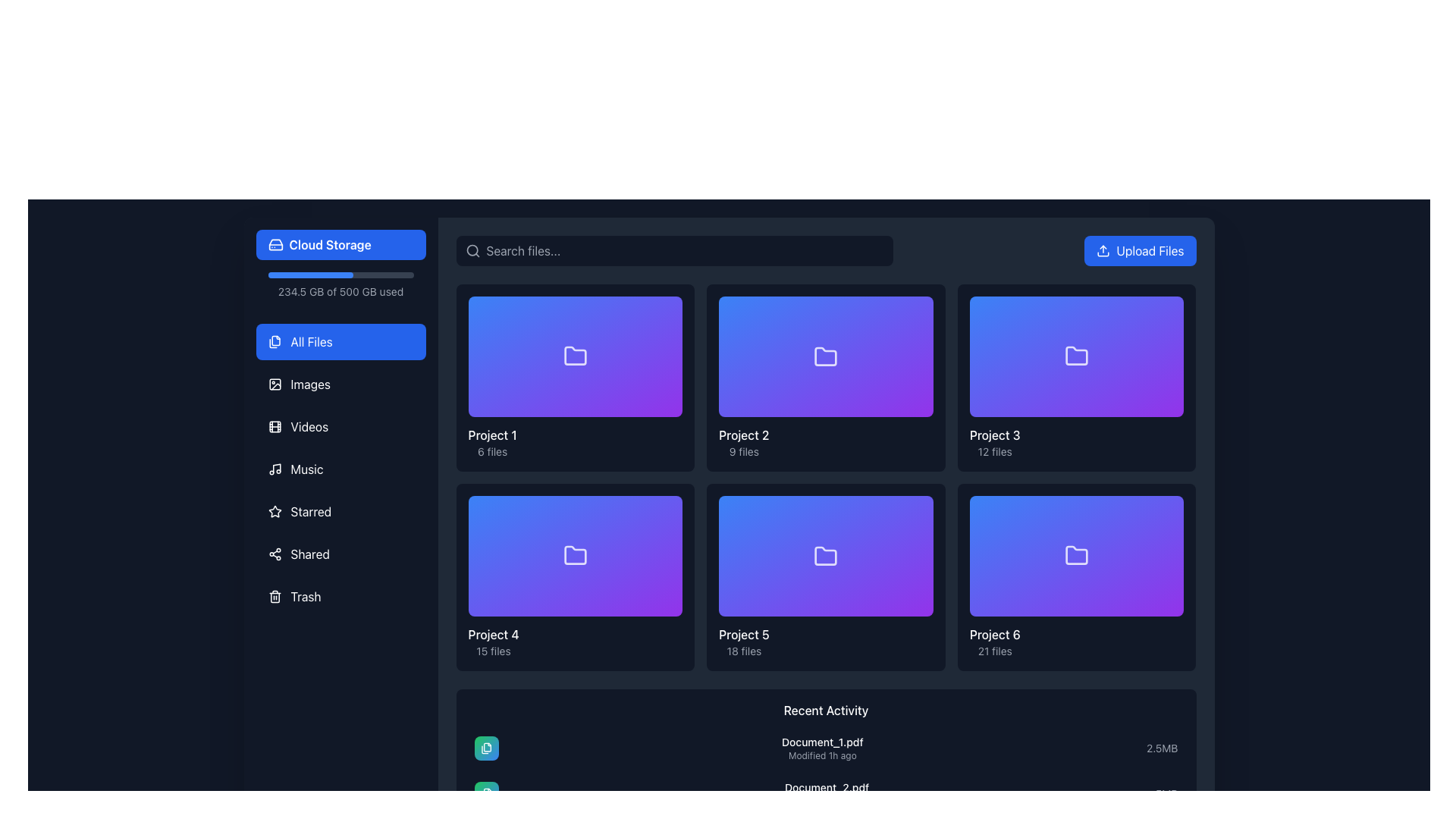 The height and width of the screenshot is (819, 1456). Describe the element at coordinates (274, 511) in the screenshot. I see `the star icon in the left navigation menu` at that location.